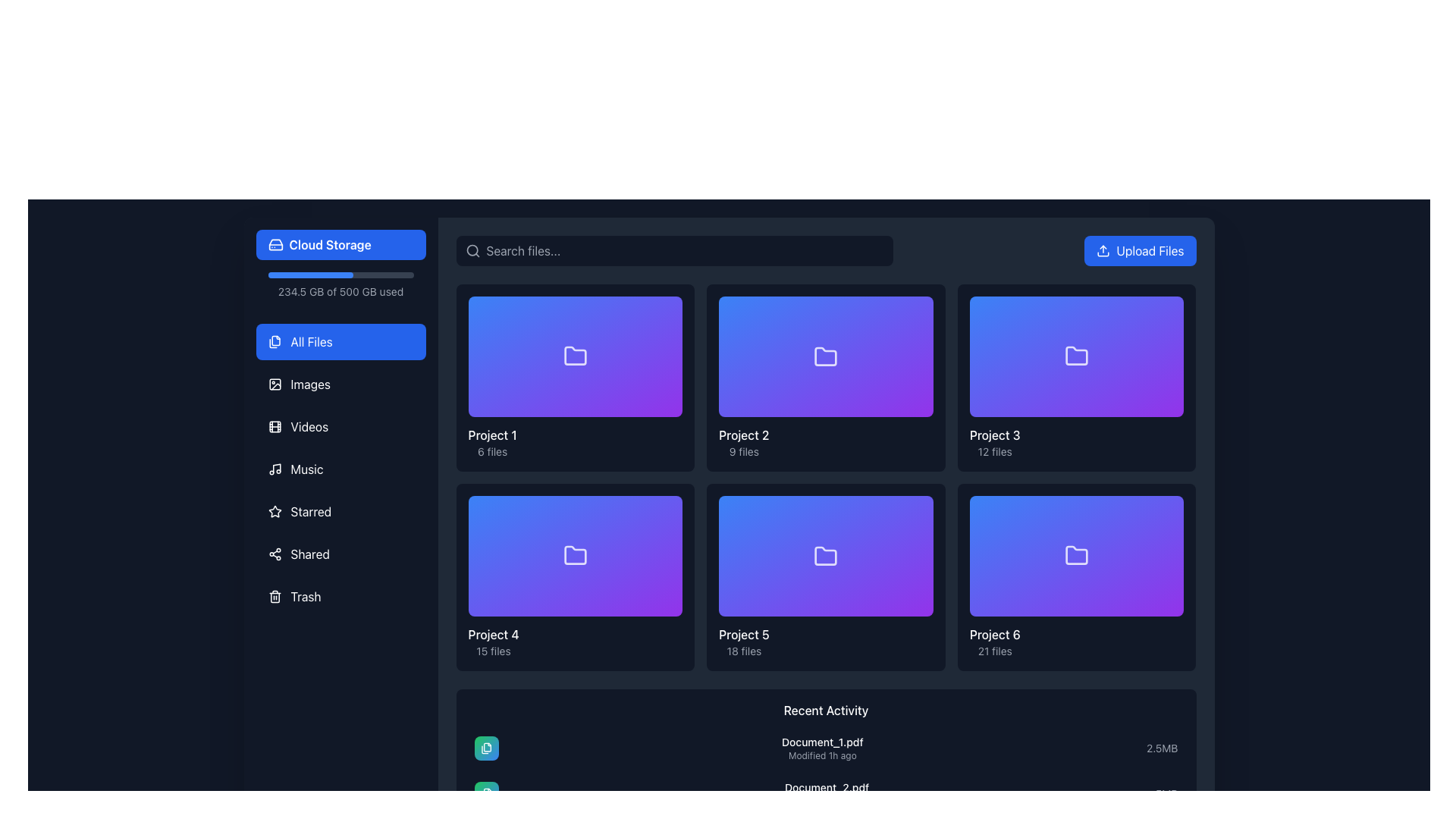 The height and width of the screenshot is (819, 1456). Describe the element at coordinates (274, 511) in the screenshot. I see `the star icon in the left navigation menu` at that location.